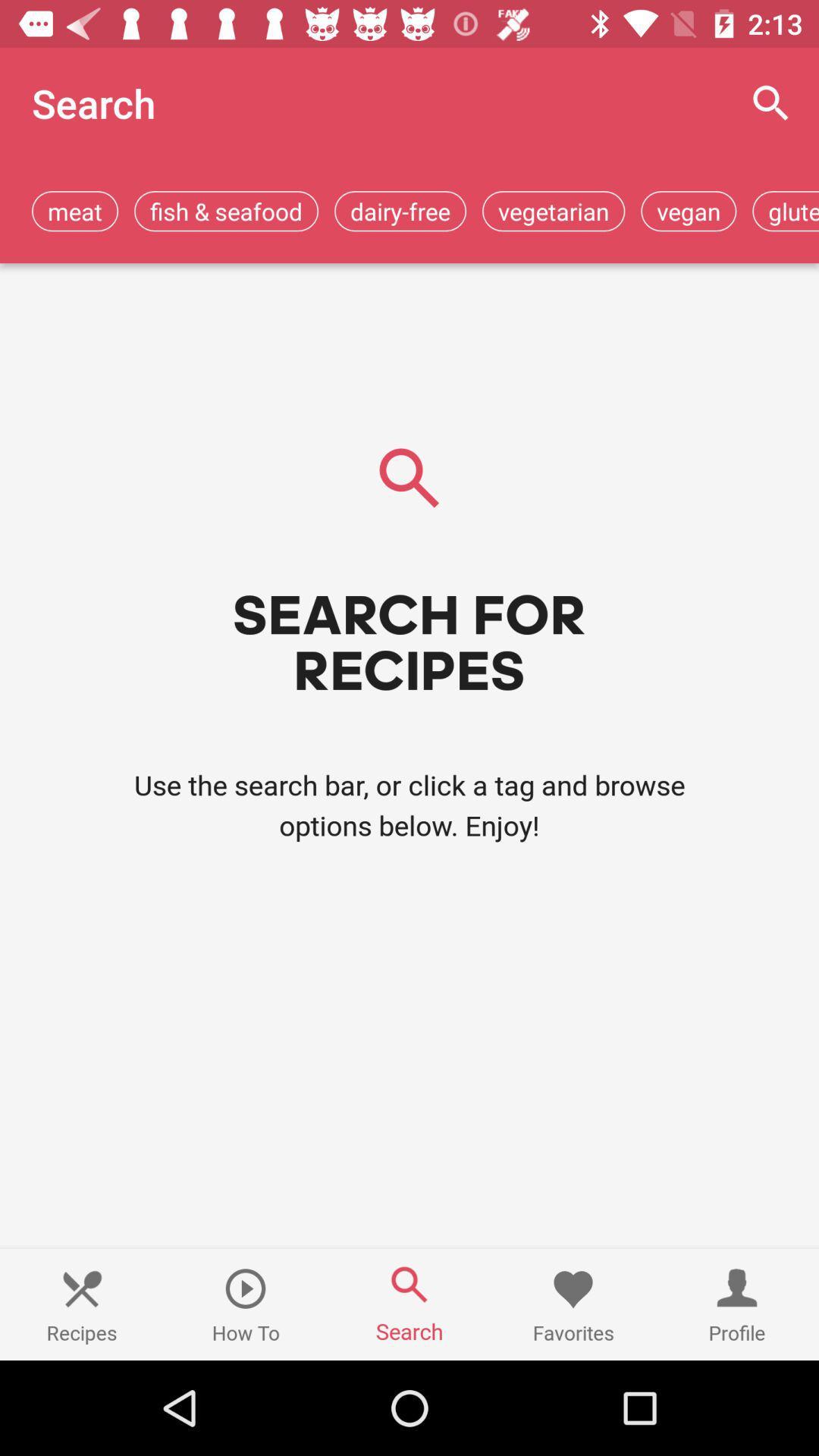 This screenshot has height=1456, width=819. What do you see at coordinates (75, 210) in the screenshot?
I see `the item below search item` at bounding box center [75, 210].